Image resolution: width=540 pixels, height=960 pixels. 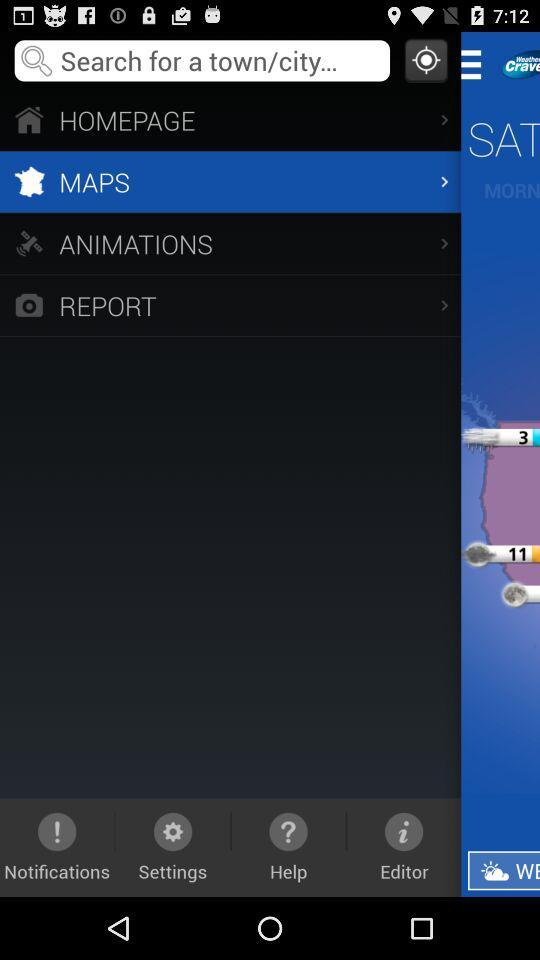 What do you see at coordinates (173, 846) in the screenshot?
I see `the settings icon` at bounding box center [173, 846].